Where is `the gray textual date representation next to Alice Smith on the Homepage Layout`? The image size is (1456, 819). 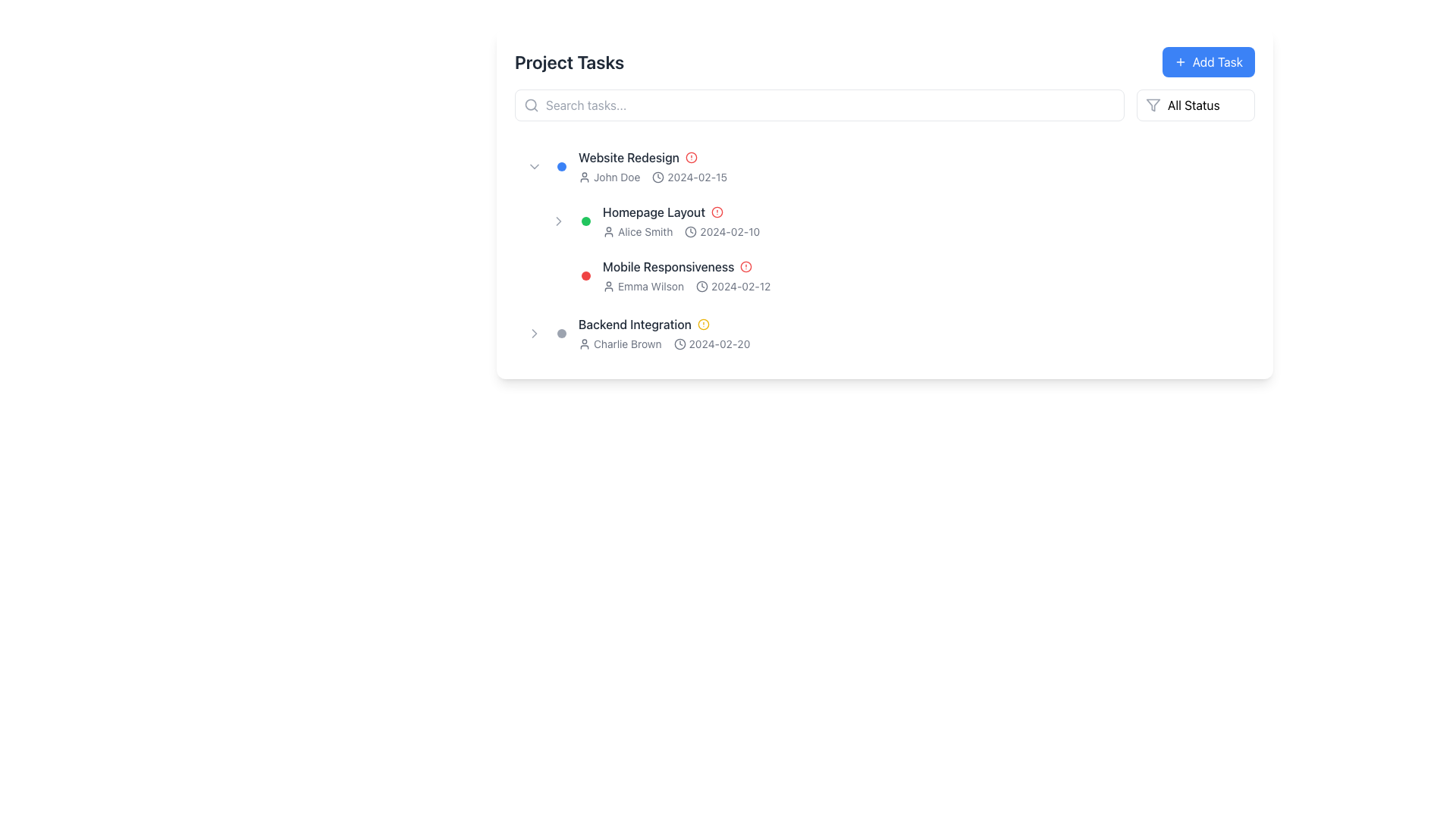 the gray textual date representation next to Alice Smith on the Homepage Layout is located at coordinates (721, 231).